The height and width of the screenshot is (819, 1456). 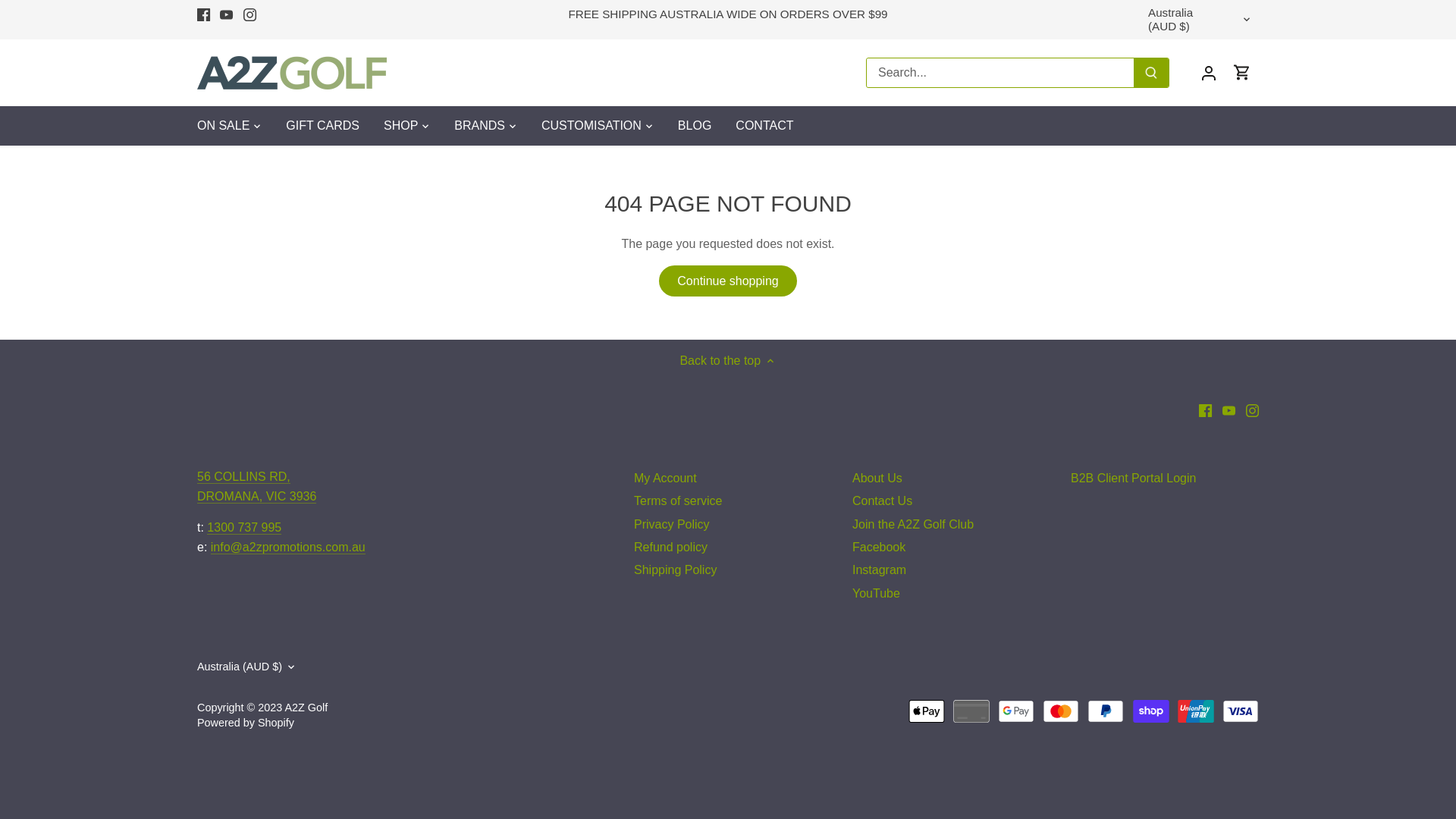 What do you see at coordinates (225, 14) in the screenshot?
I see `'Youtube'` at bounding box center [225, 14].